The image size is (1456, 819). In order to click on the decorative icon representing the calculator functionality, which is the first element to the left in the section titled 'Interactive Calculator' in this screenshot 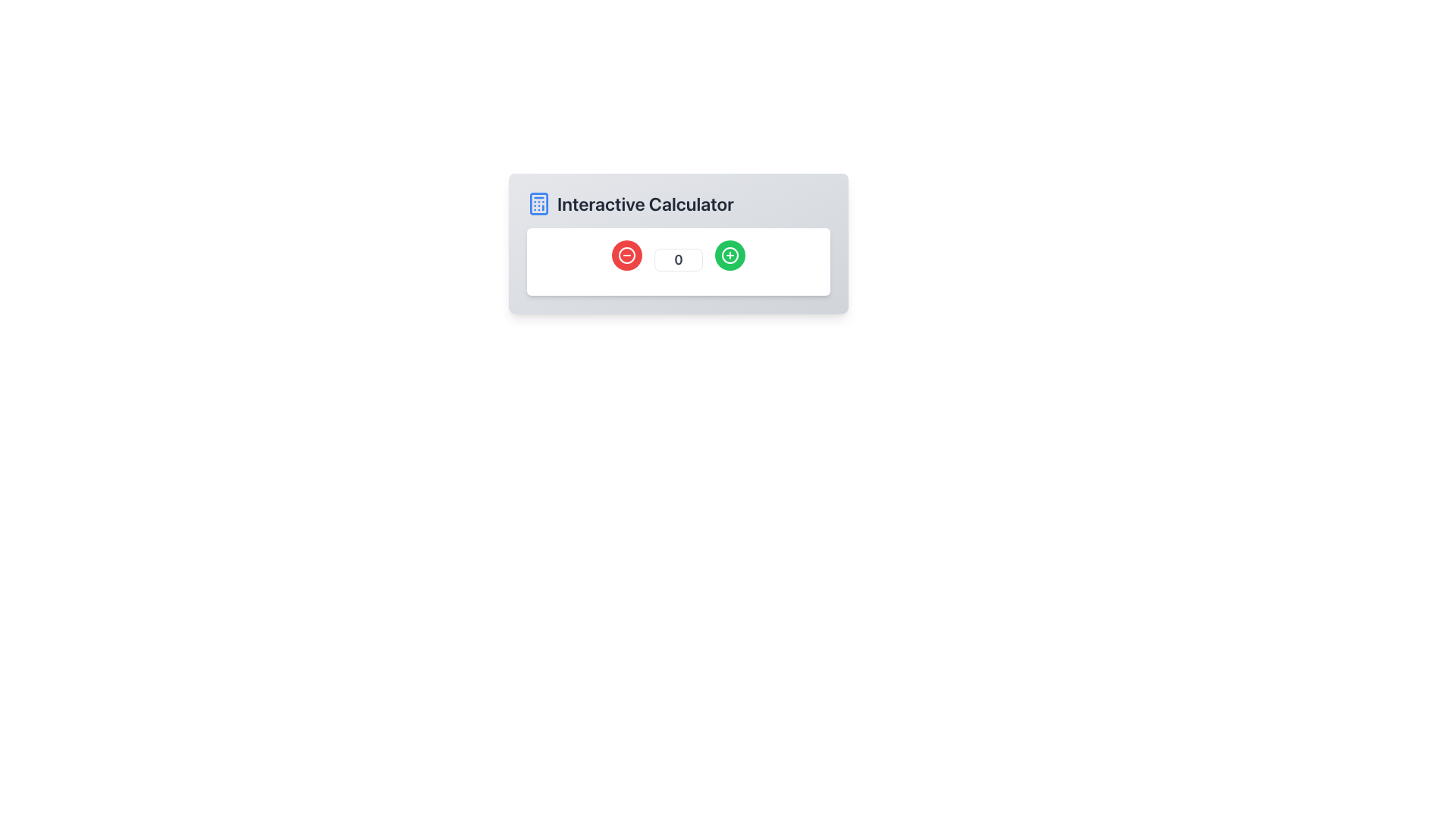, I will do `click(538, 203)`.